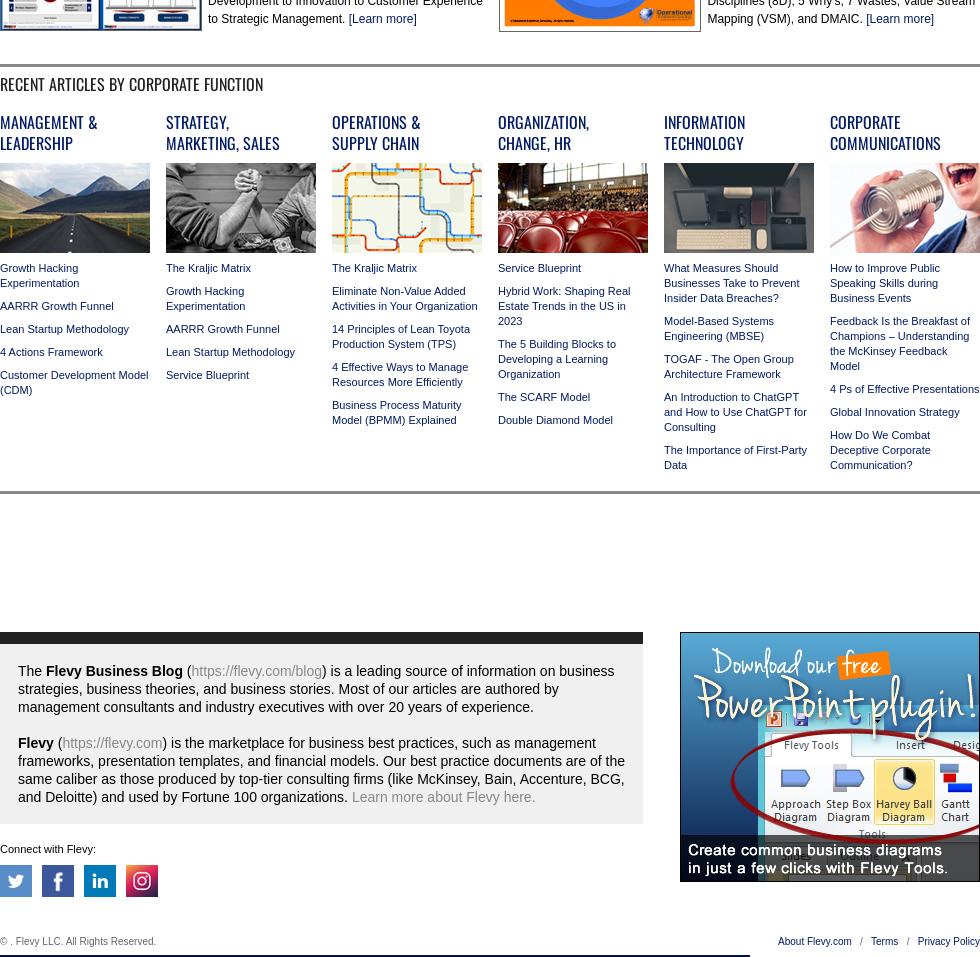 Image resolution: width=980 pixels, height=957 pixels. I want to click on 'Terms', so click(884, 941).